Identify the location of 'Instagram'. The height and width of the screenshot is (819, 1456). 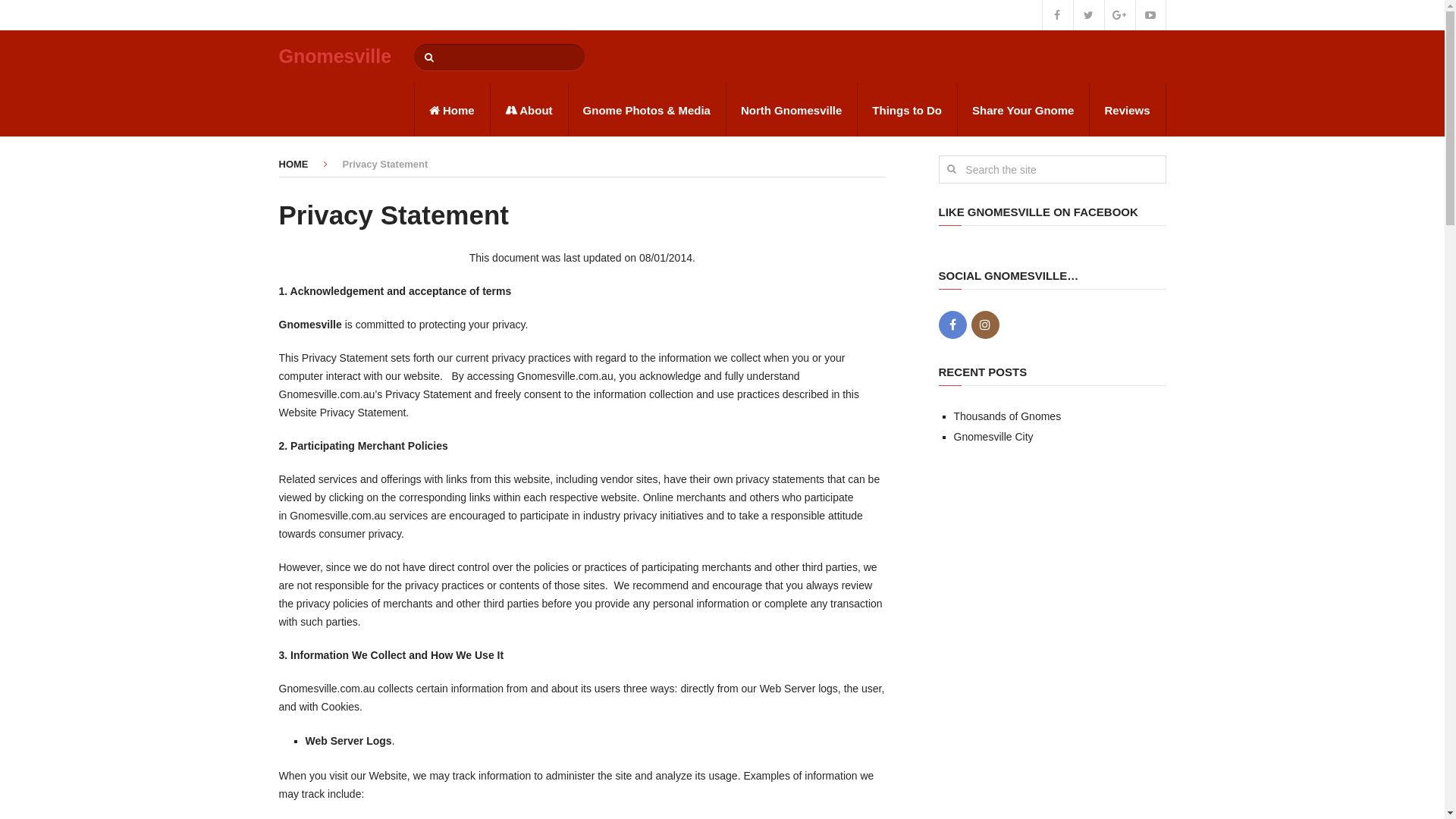
(984, 324).